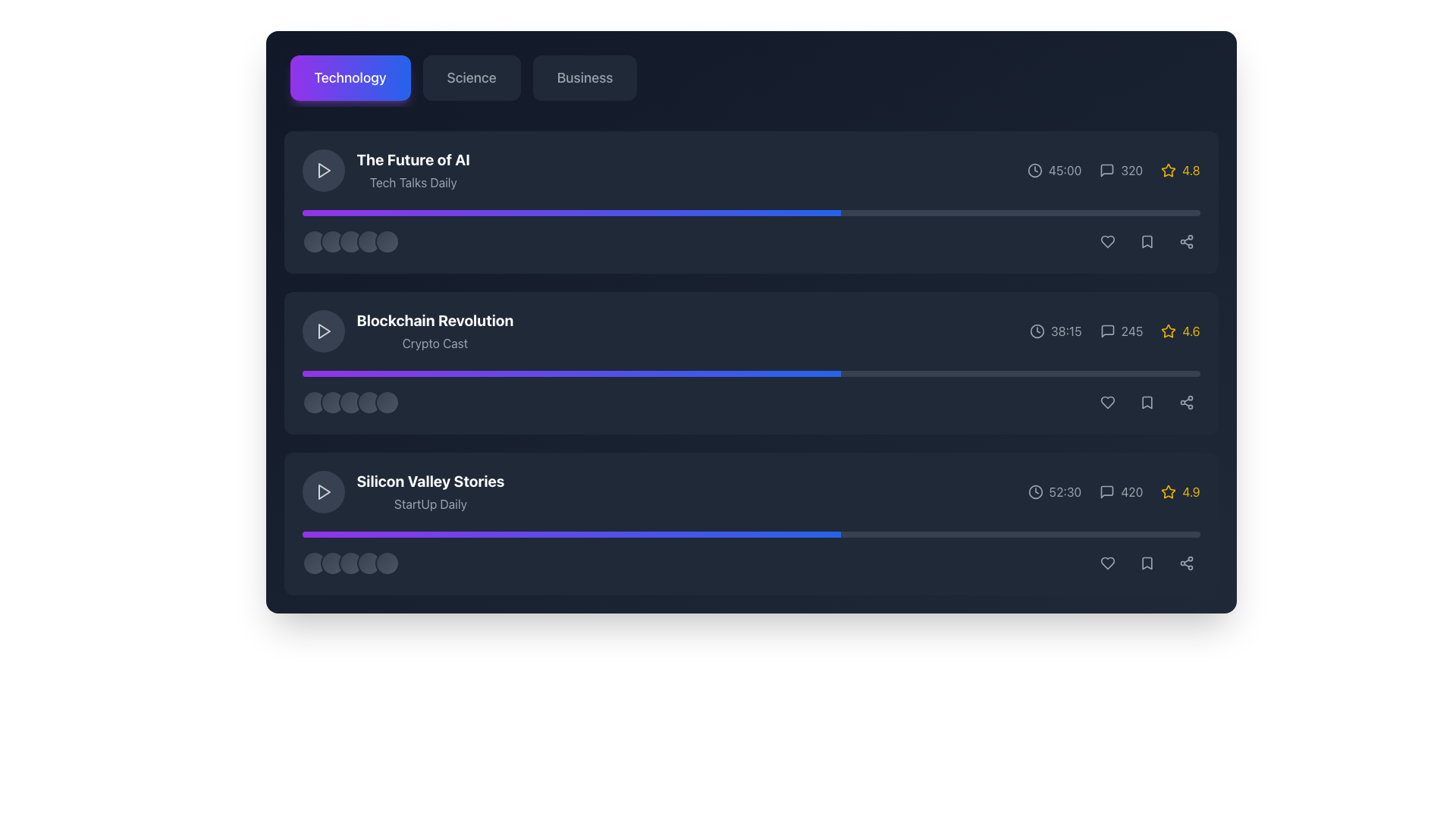  I want to click on the heart-shaped icon button, which is the first icon from the left in the group of interactive icons at the bottom right corner of the 'Silicon Valley Stories' list item, so click(1107, 563).